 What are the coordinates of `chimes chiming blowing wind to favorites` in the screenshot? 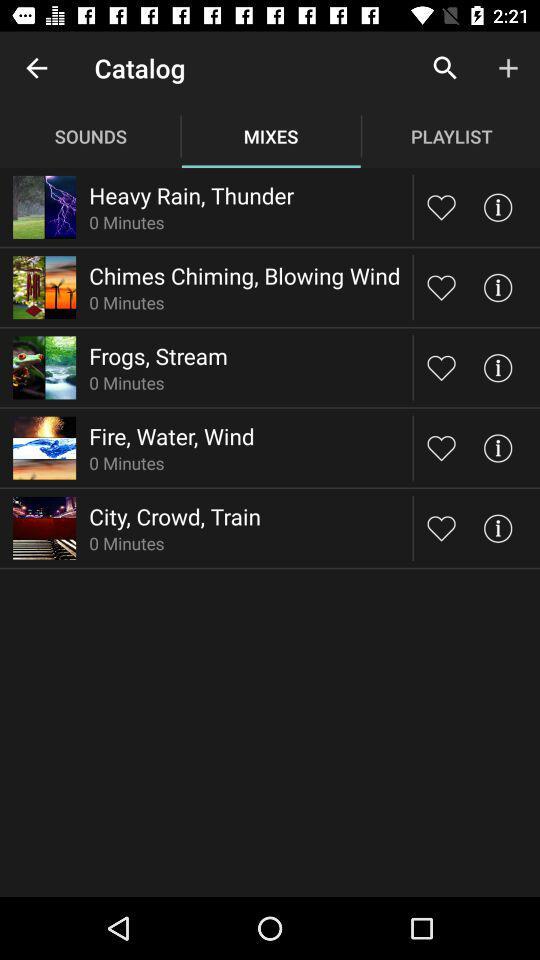 It's located at (441, 286).